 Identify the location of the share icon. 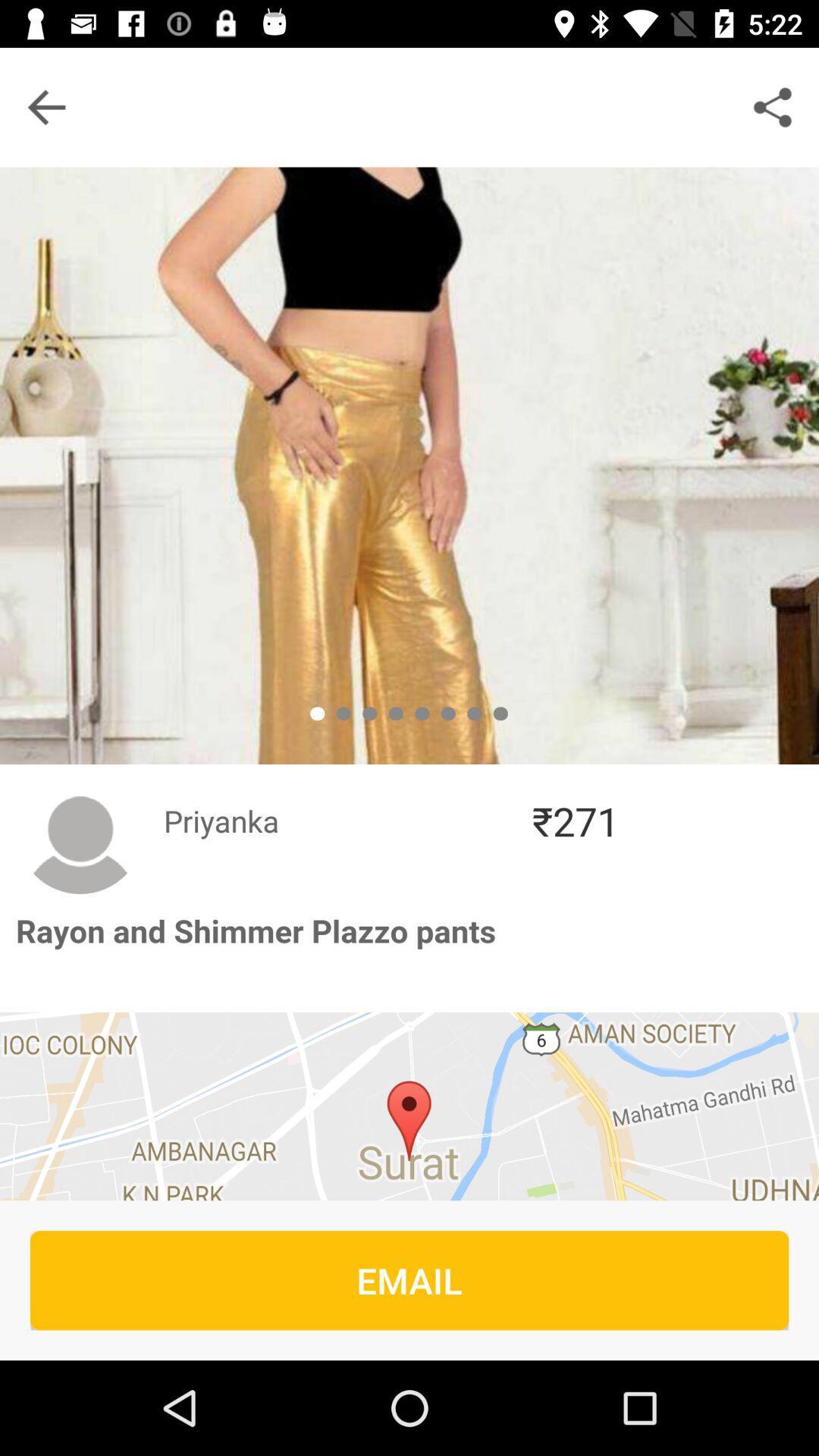
(772, 106).